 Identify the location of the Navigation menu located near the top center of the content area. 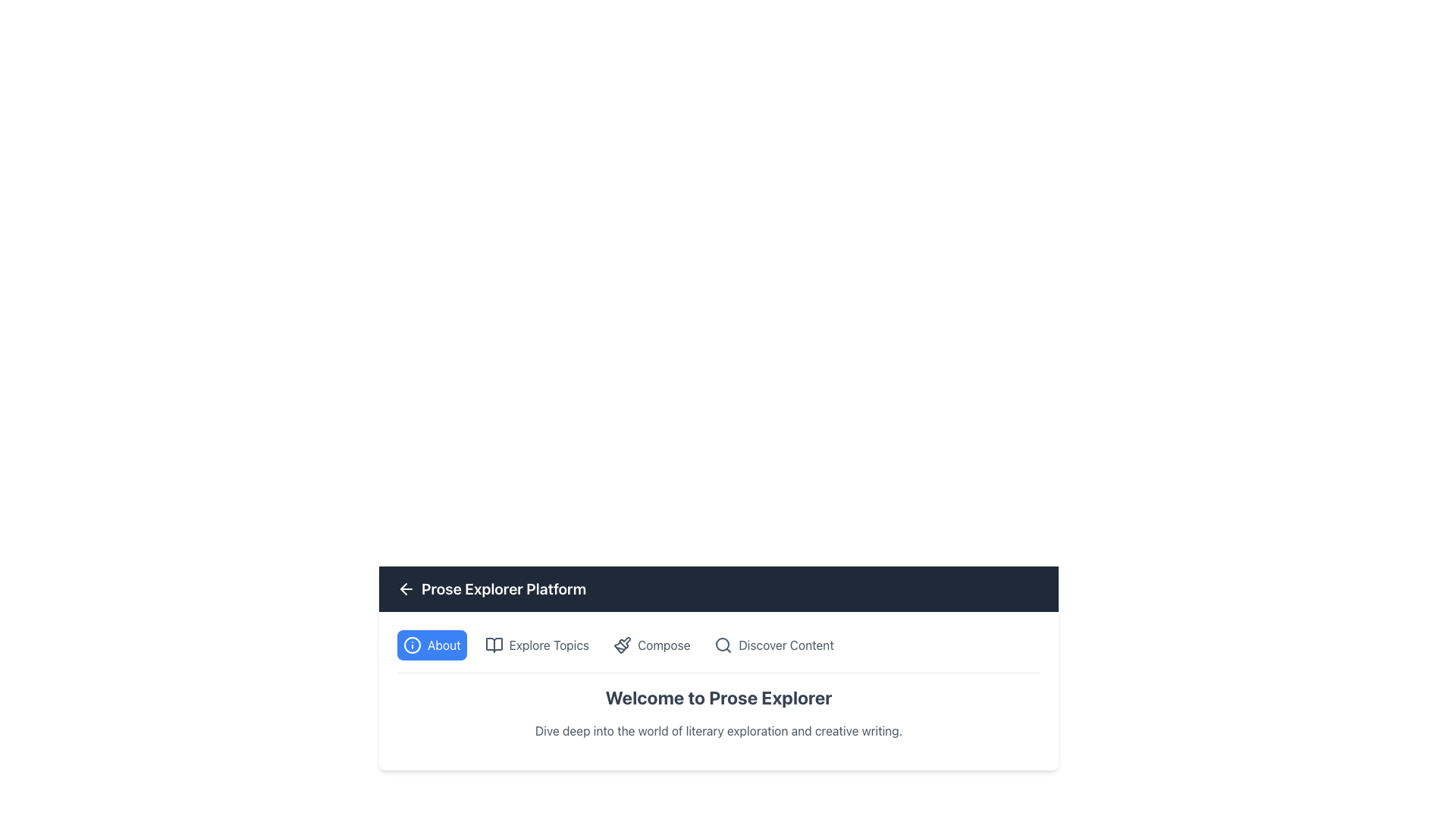
(718, 651).